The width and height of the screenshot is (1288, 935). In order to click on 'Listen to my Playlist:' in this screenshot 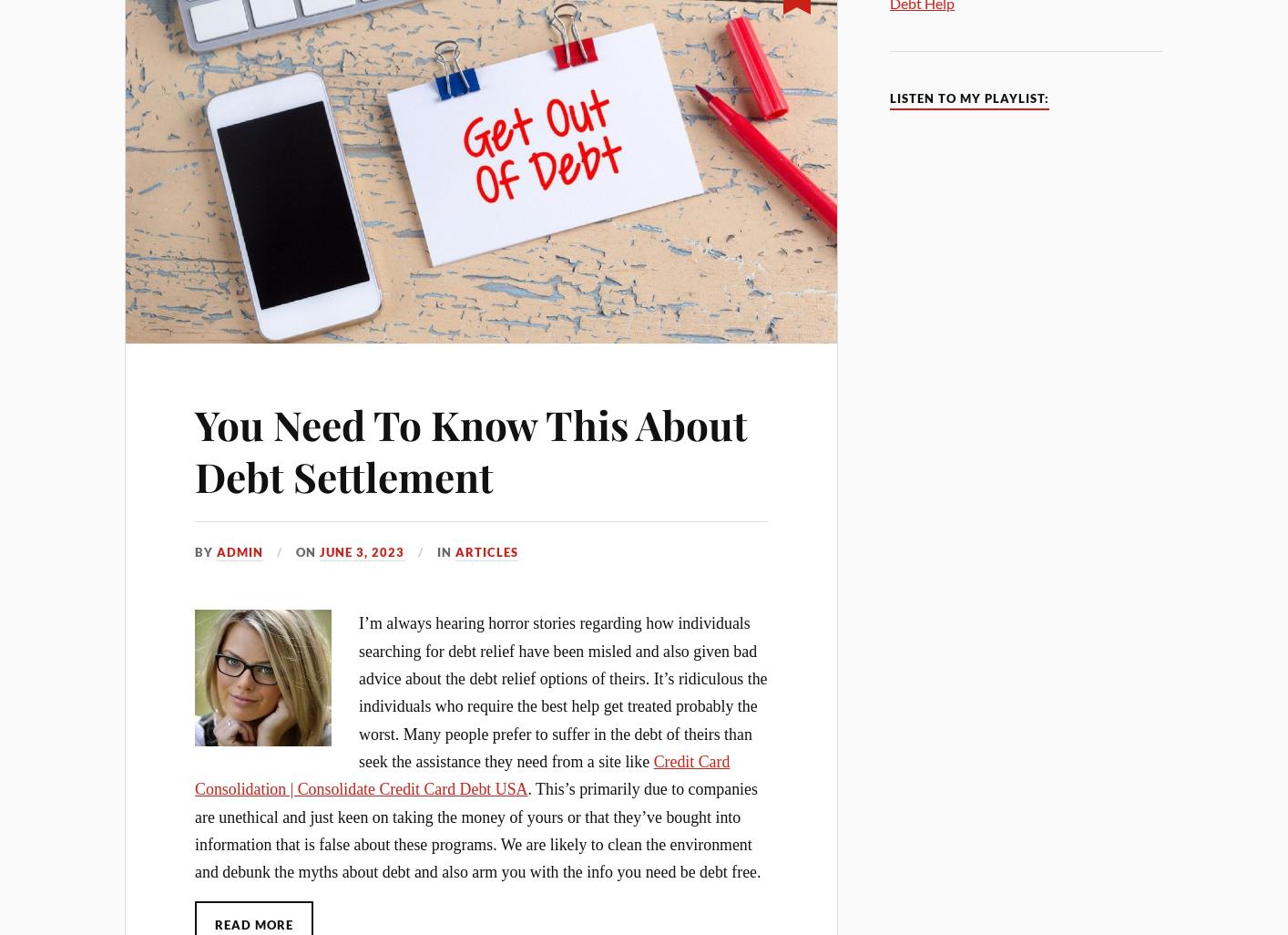, I will do `click(969, 98)`.